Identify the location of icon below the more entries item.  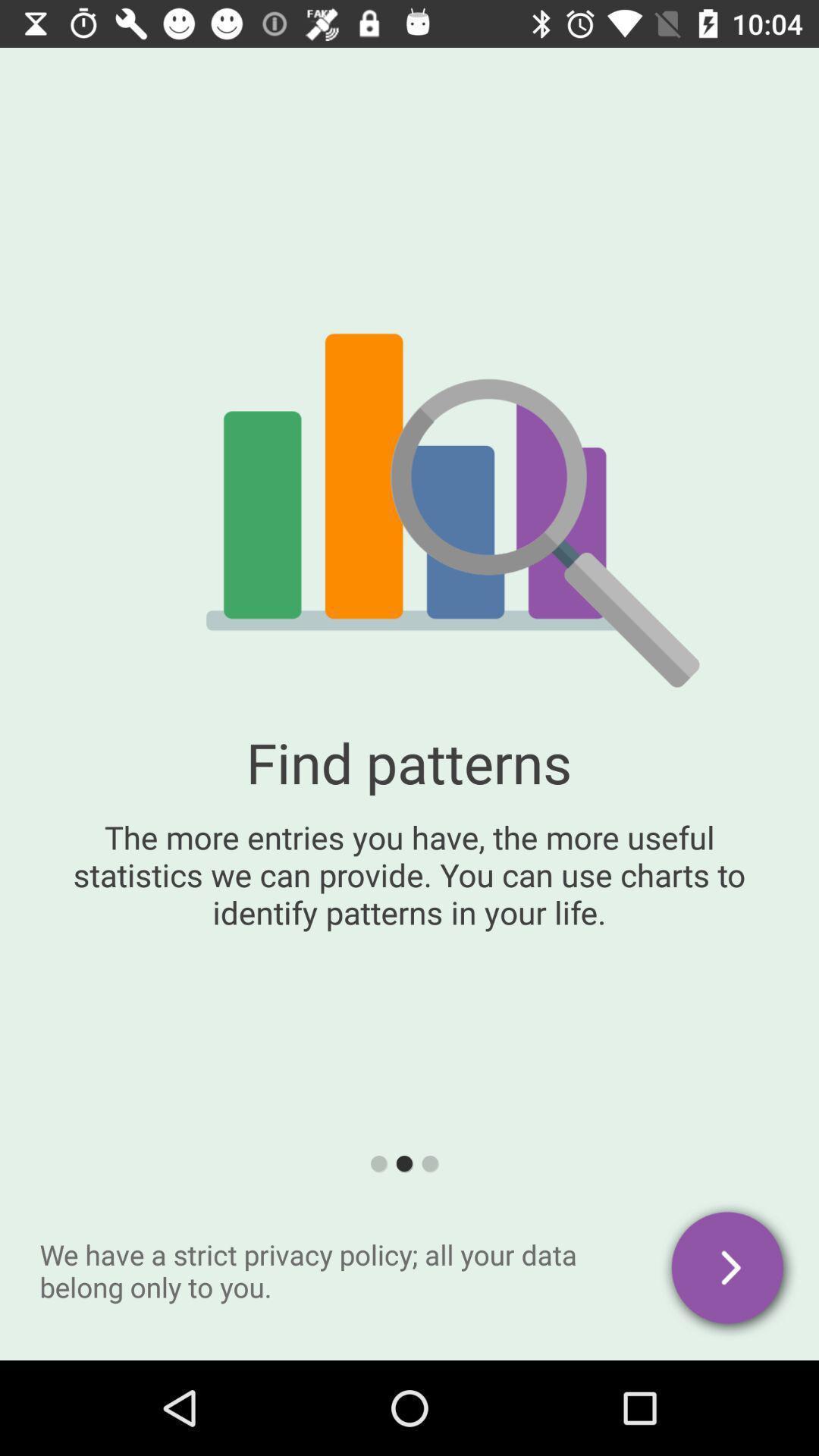
(728, 1270).